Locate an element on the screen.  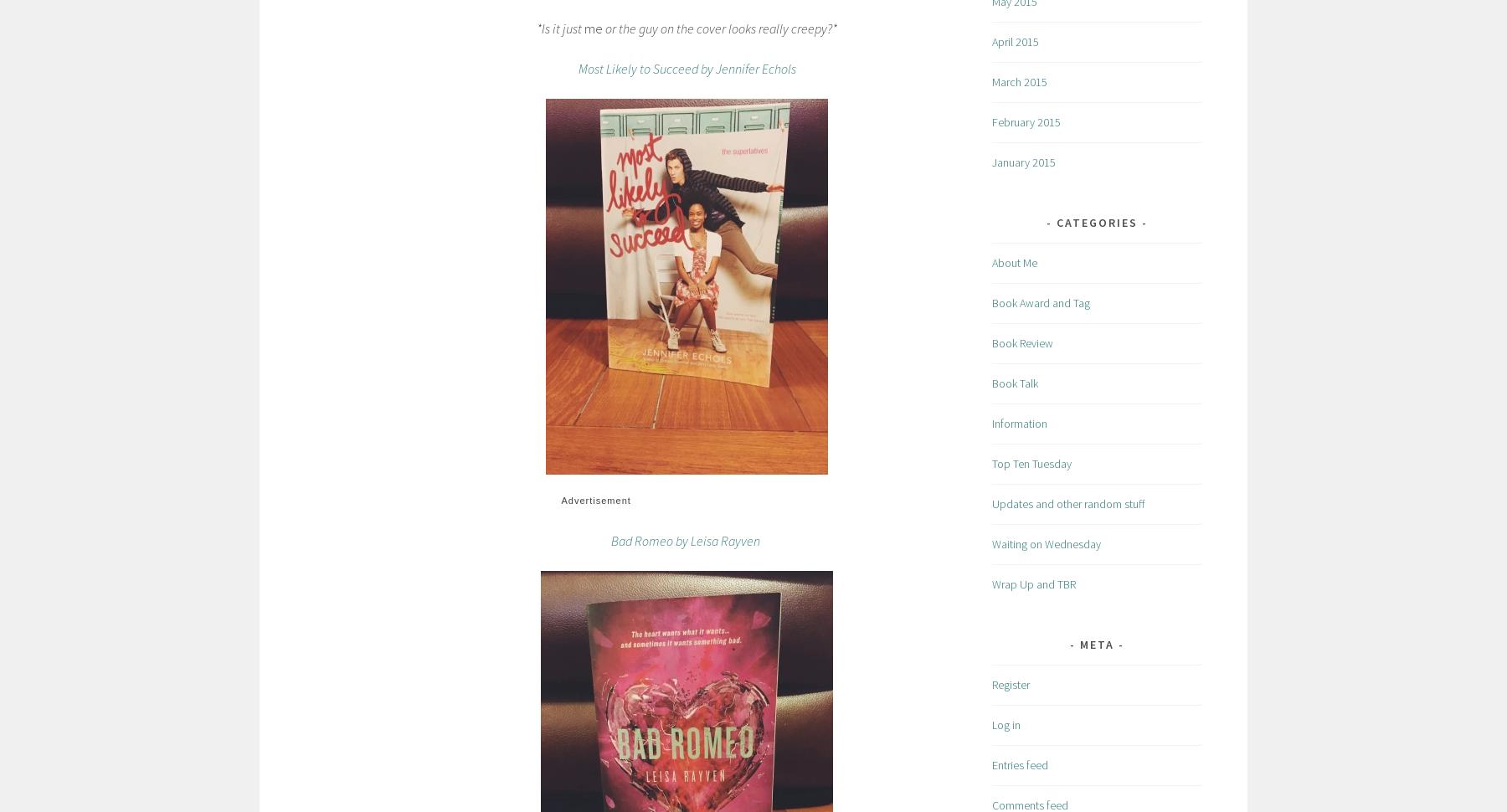
'Advertisement' is located at coordinates (560, 500).